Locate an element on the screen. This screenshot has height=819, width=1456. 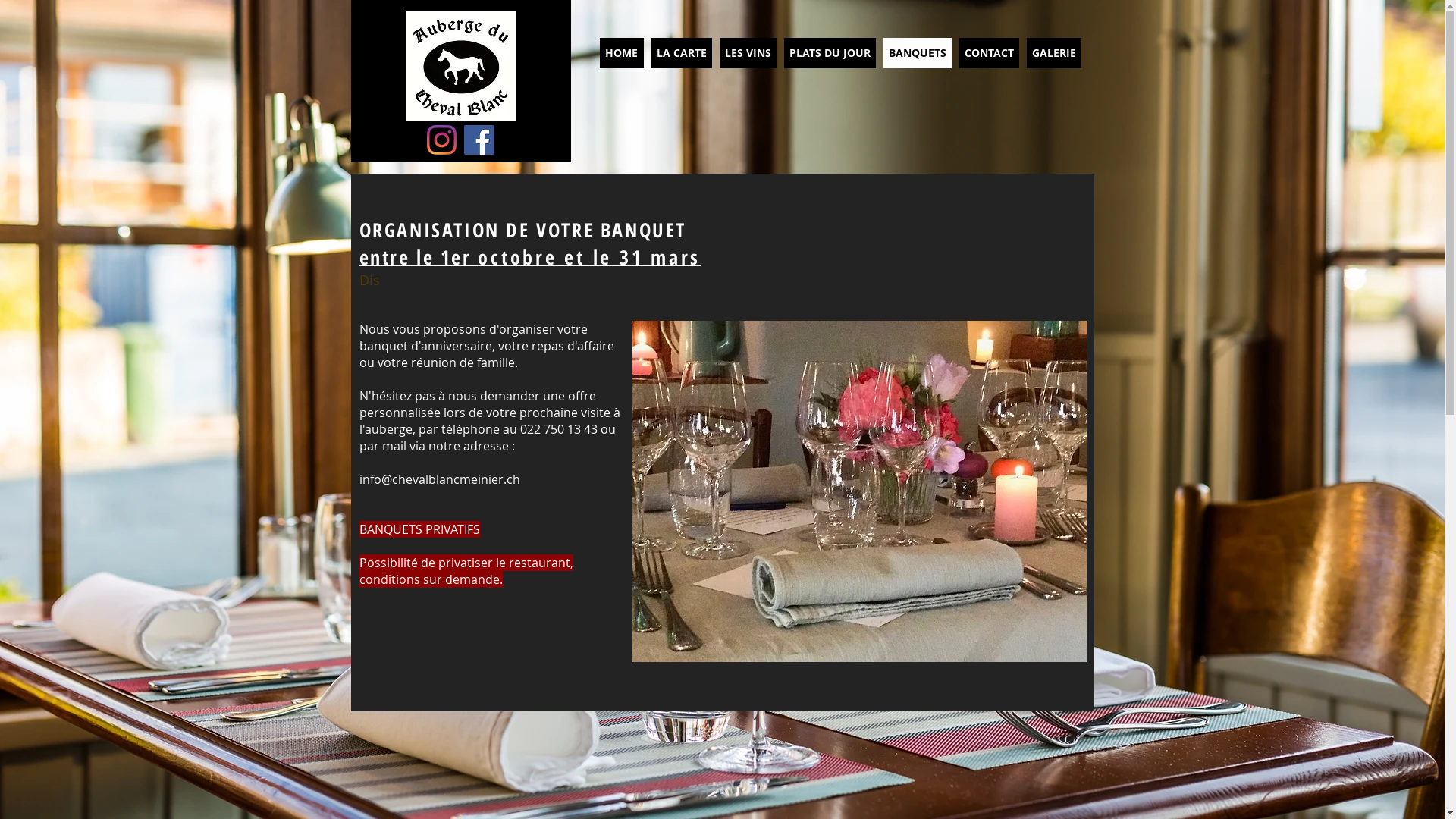
'PLATS DU JOUR' is located at coordinates (829, 52).